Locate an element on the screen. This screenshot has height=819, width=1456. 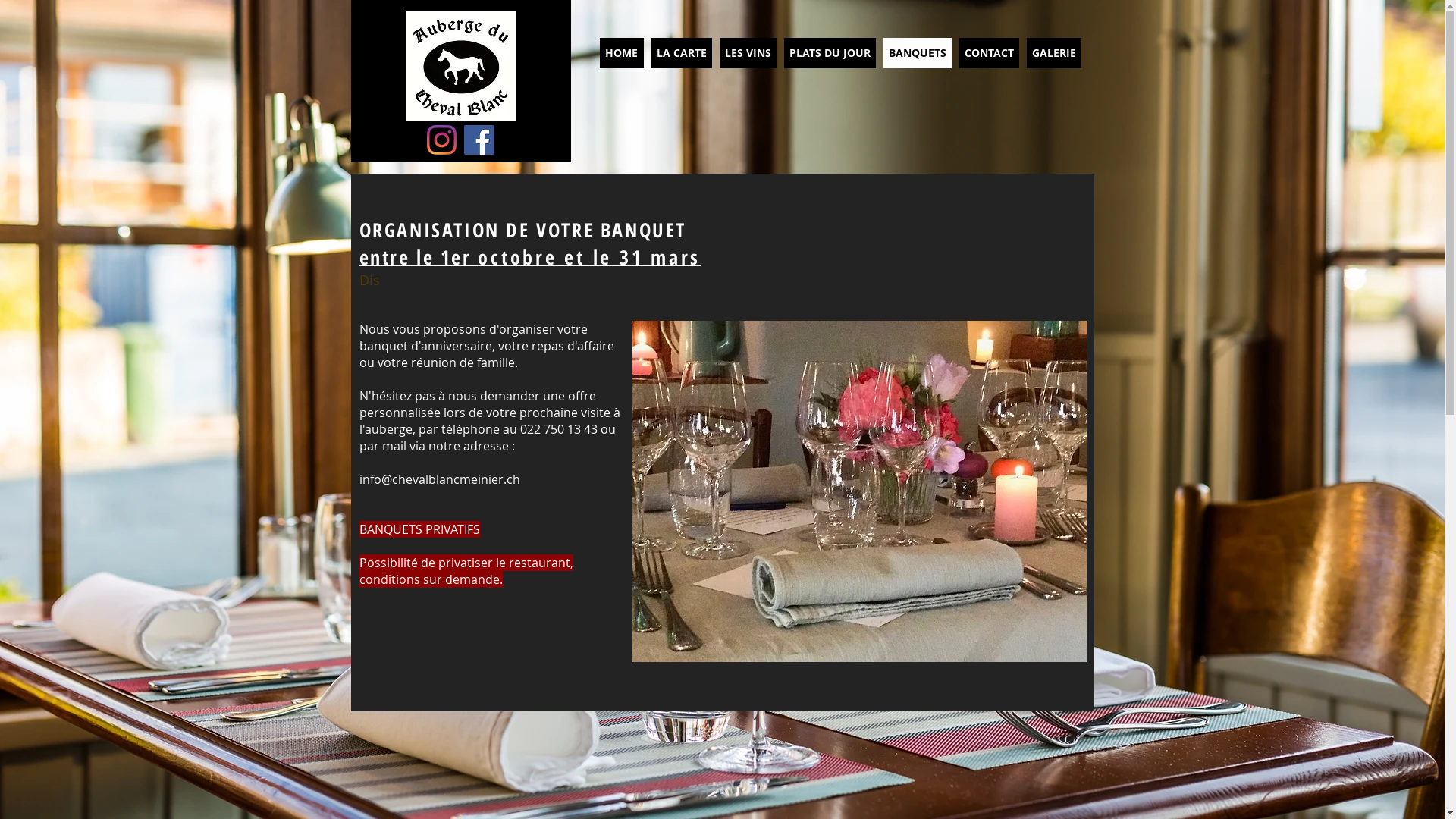
'PLATS DU JOUR' is located at coordinates (829, 52).